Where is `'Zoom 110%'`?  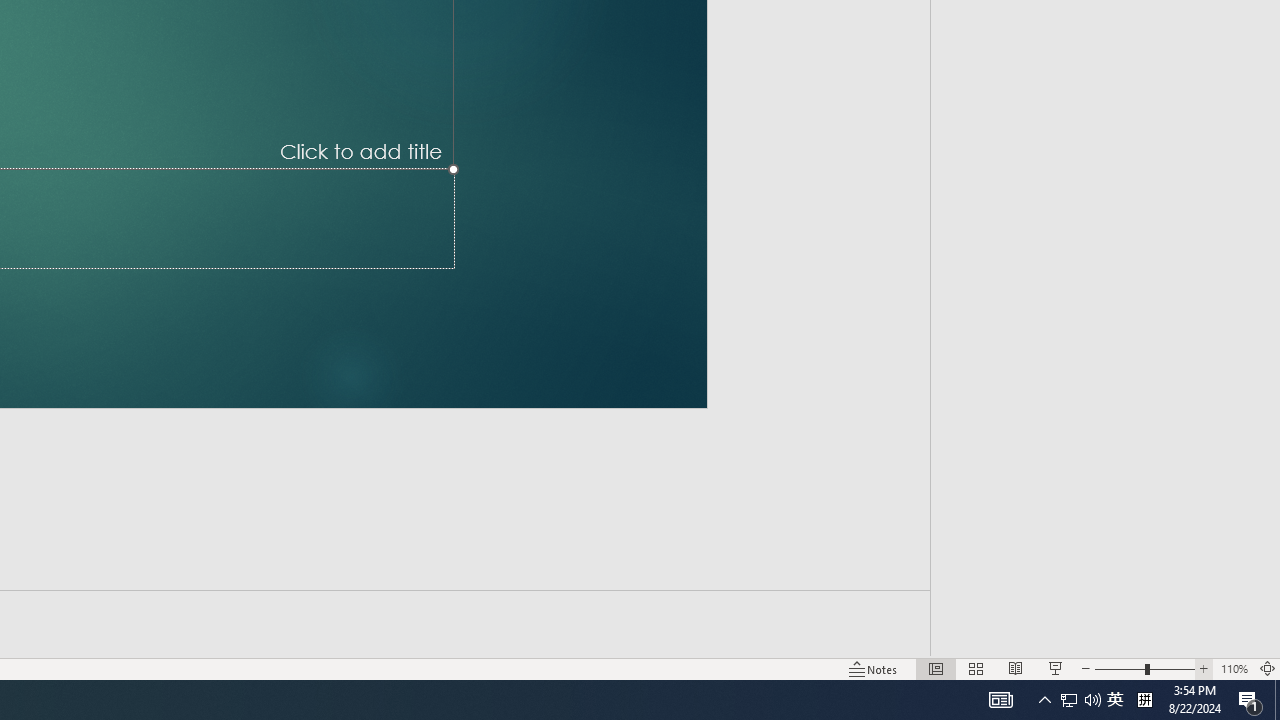
'Zoom 110%' is located at coordinates (1233, 669).